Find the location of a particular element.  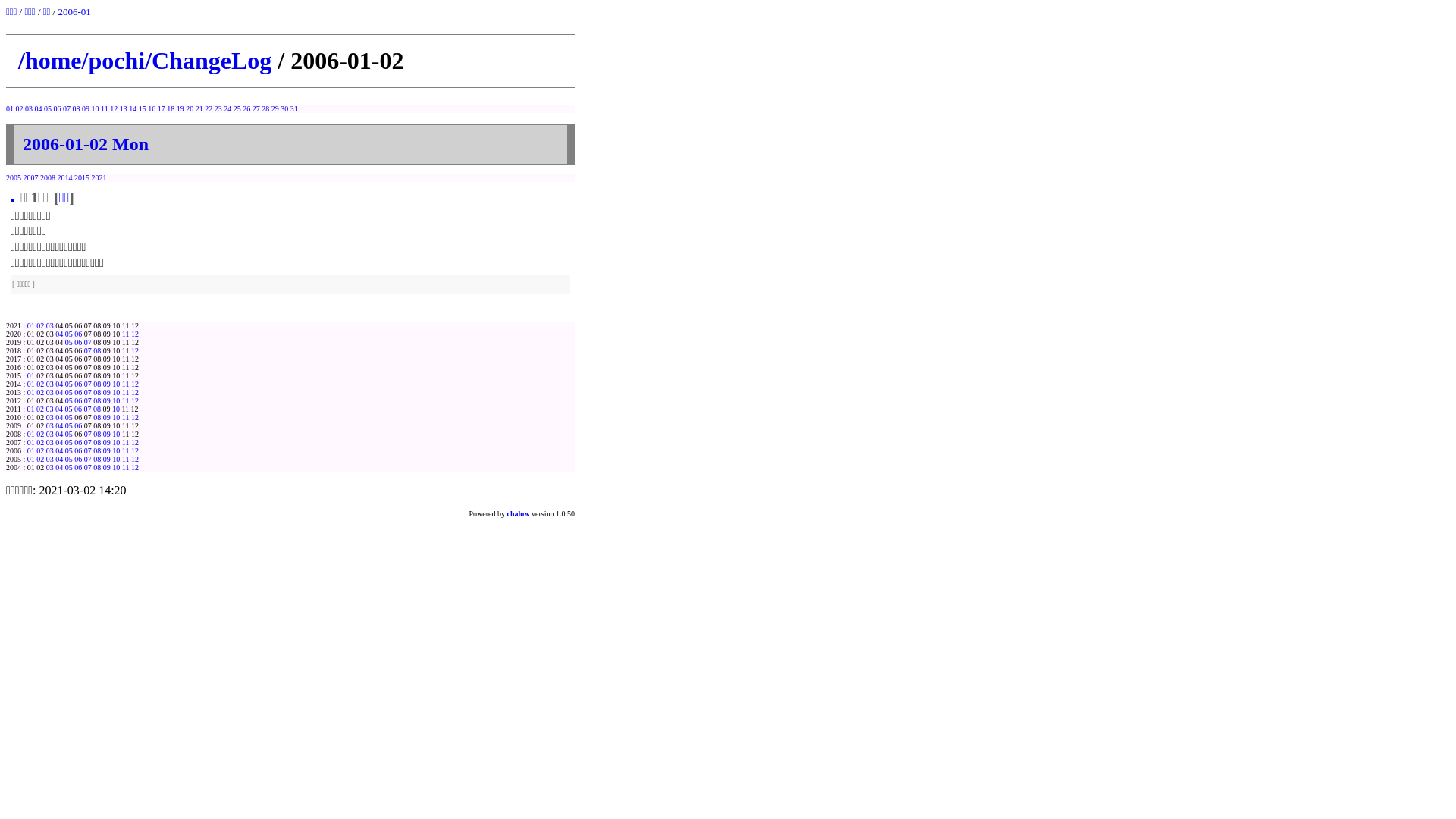

'23' is located at coordinates (214, 108).